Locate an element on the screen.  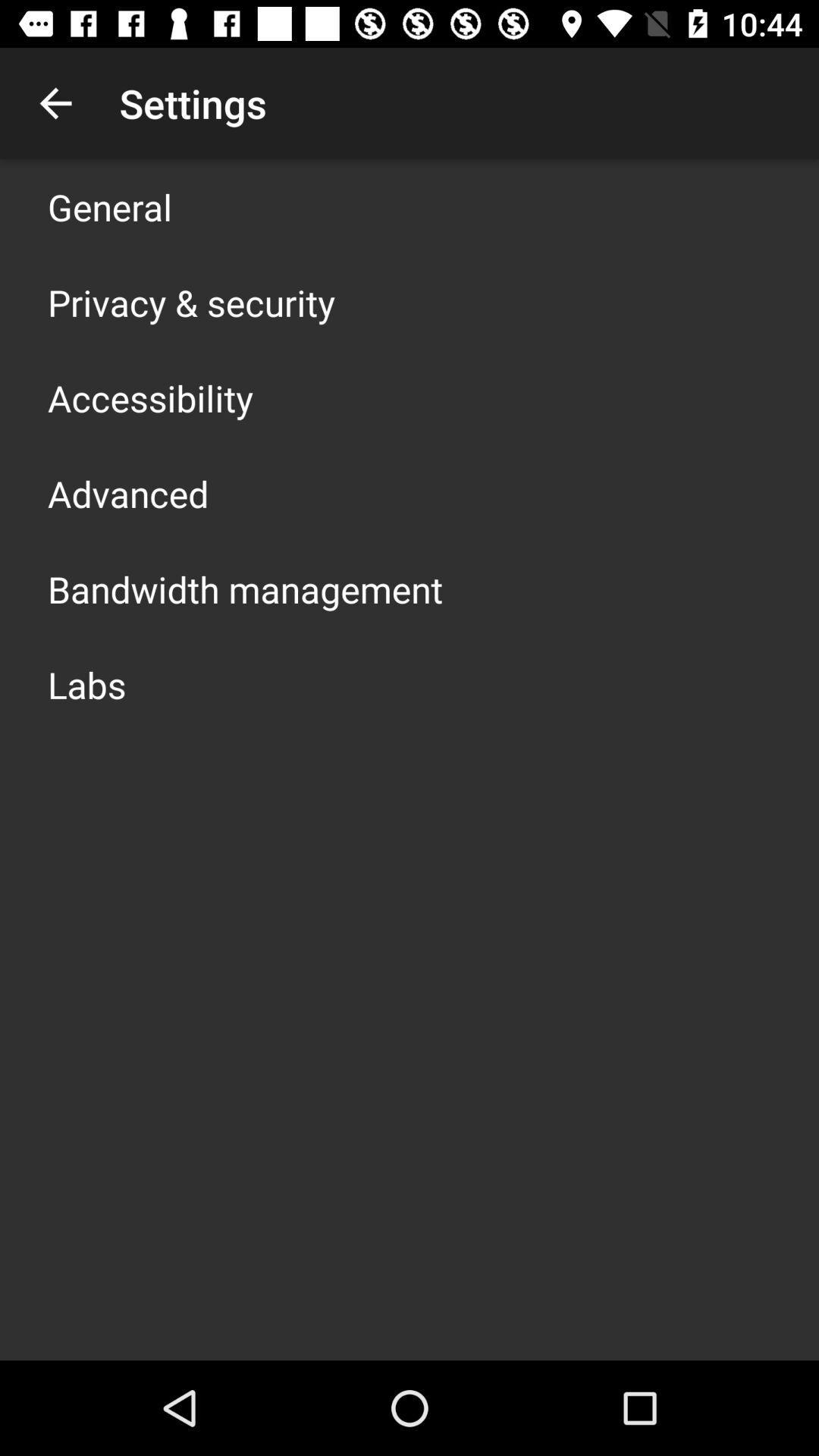
app to the left of settings is located at coordinates (55, 102).